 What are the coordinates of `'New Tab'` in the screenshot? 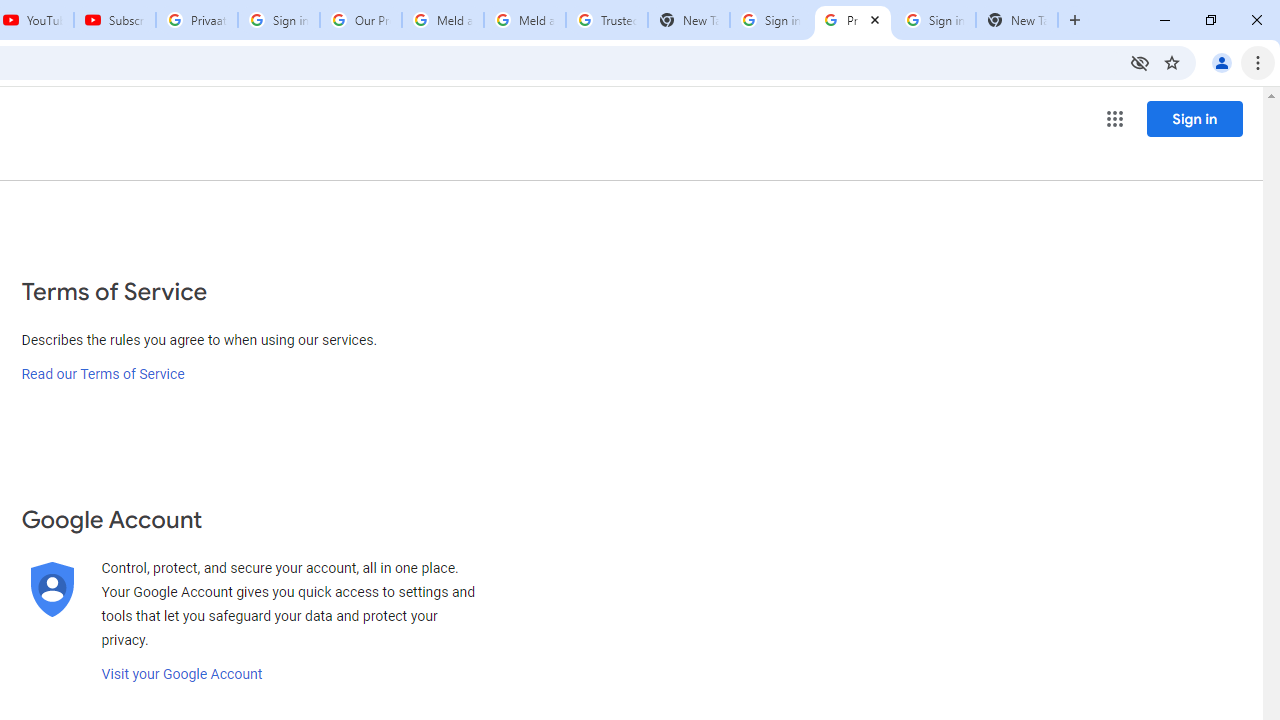 It's located at (1016, 20).